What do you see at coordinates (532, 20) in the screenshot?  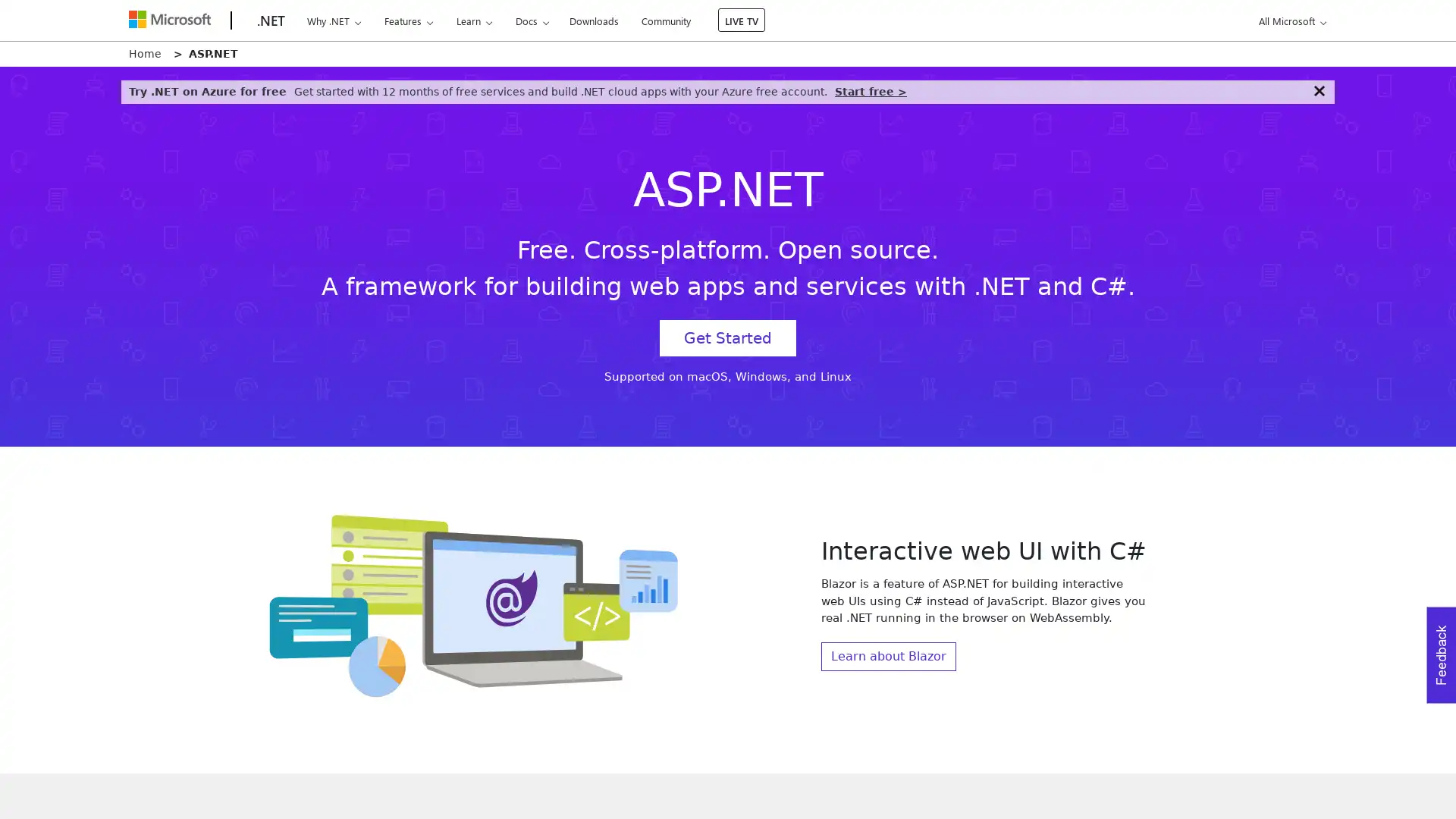 I see `Docs` at bounding box center [532, 20].